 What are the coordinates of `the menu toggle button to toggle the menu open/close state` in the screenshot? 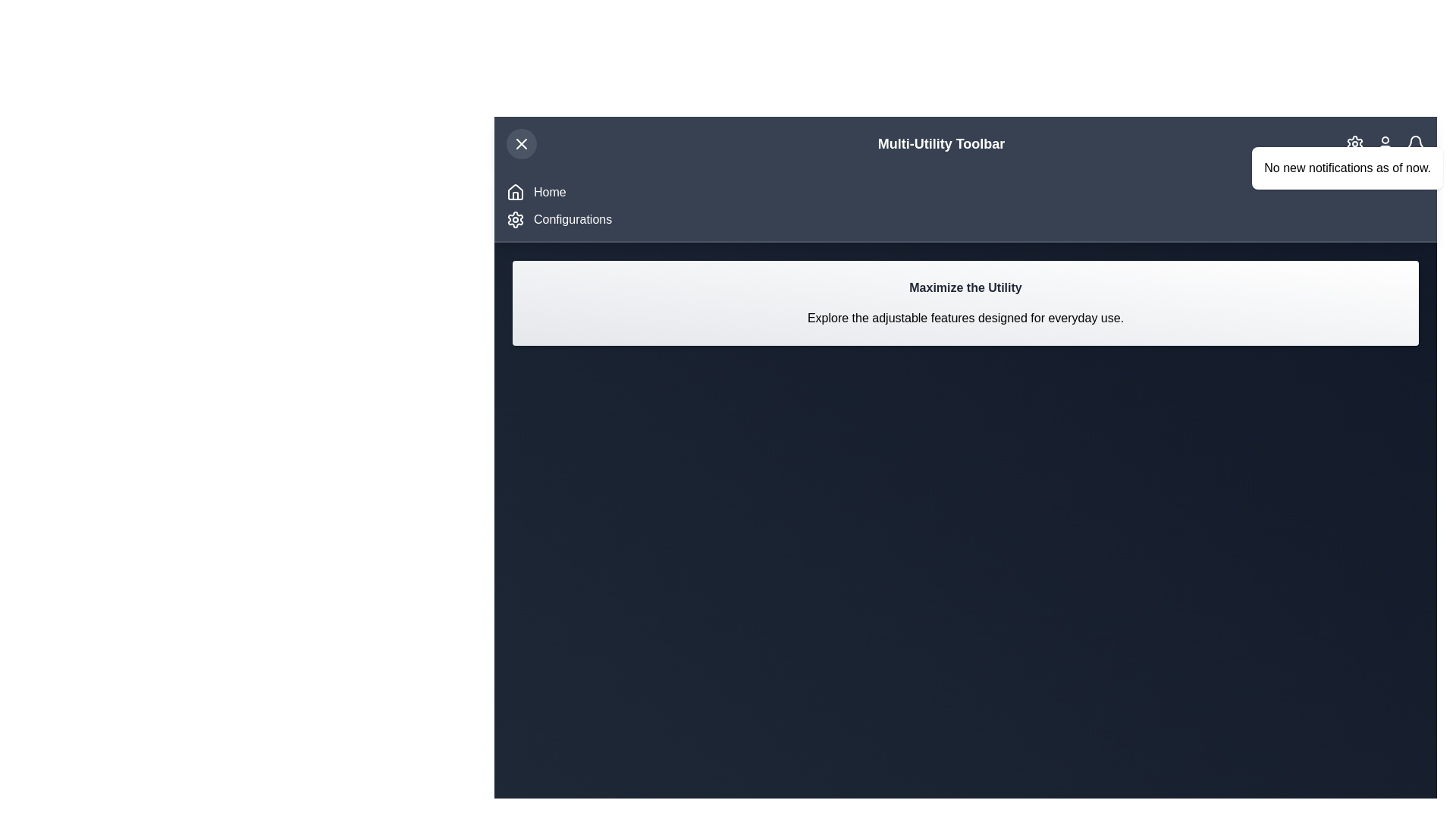 It's located at (521, 143).